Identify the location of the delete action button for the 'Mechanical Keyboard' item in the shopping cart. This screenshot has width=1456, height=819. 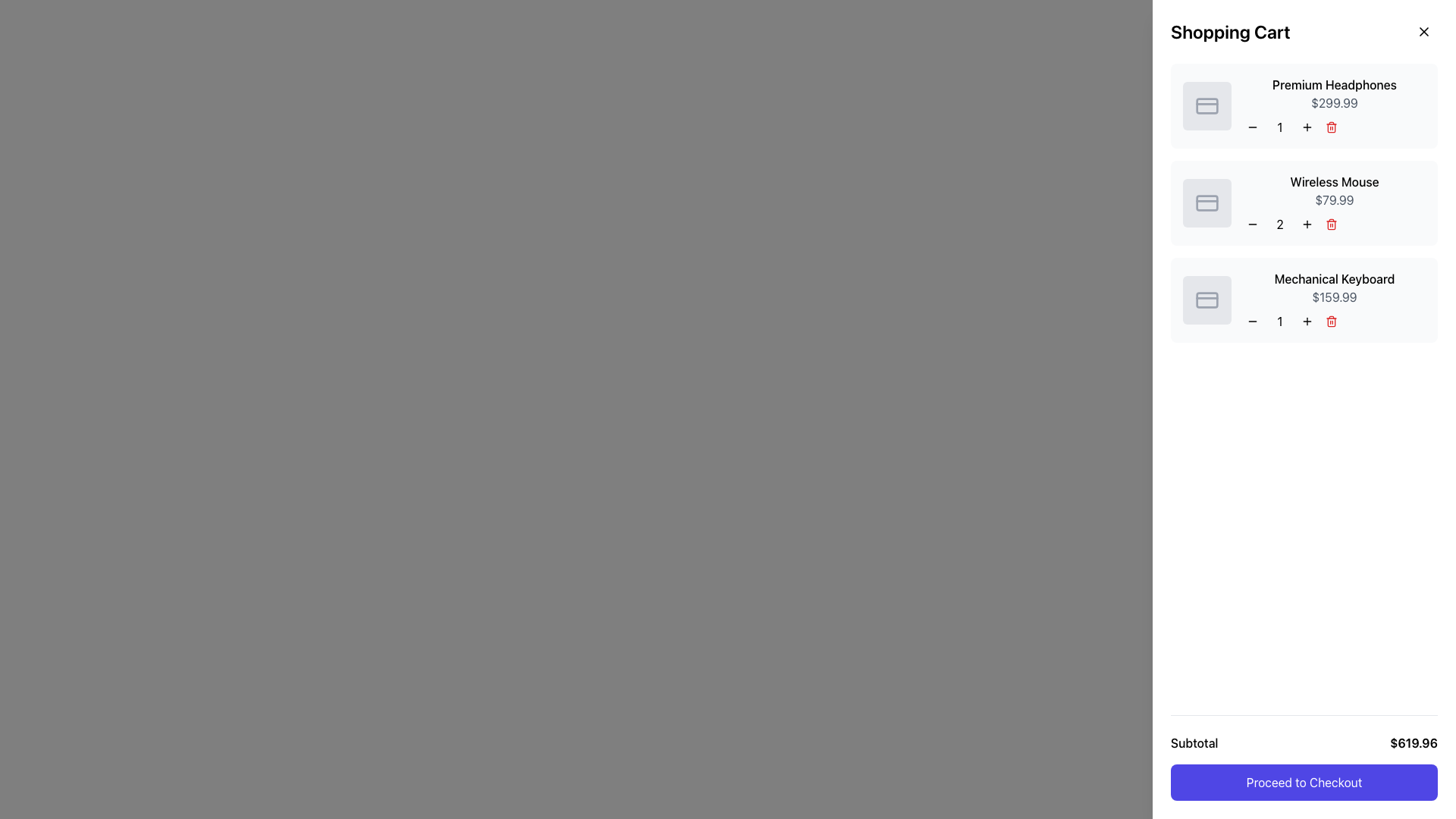
(1331, 321).